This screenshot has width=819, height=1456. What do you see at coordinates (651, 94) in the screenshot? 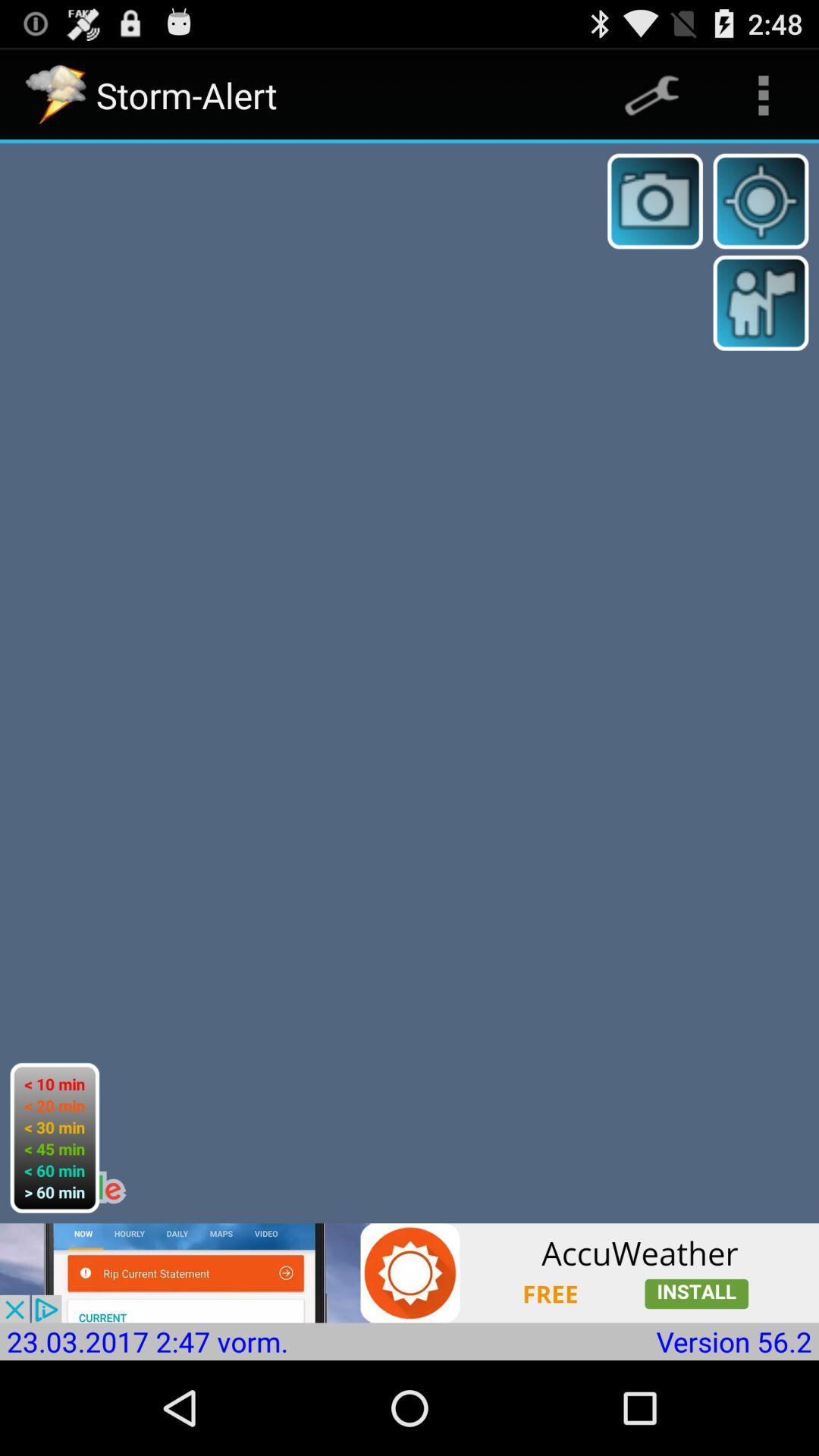
I see `app next to storm-alert item` at bounding box center [651, 94].